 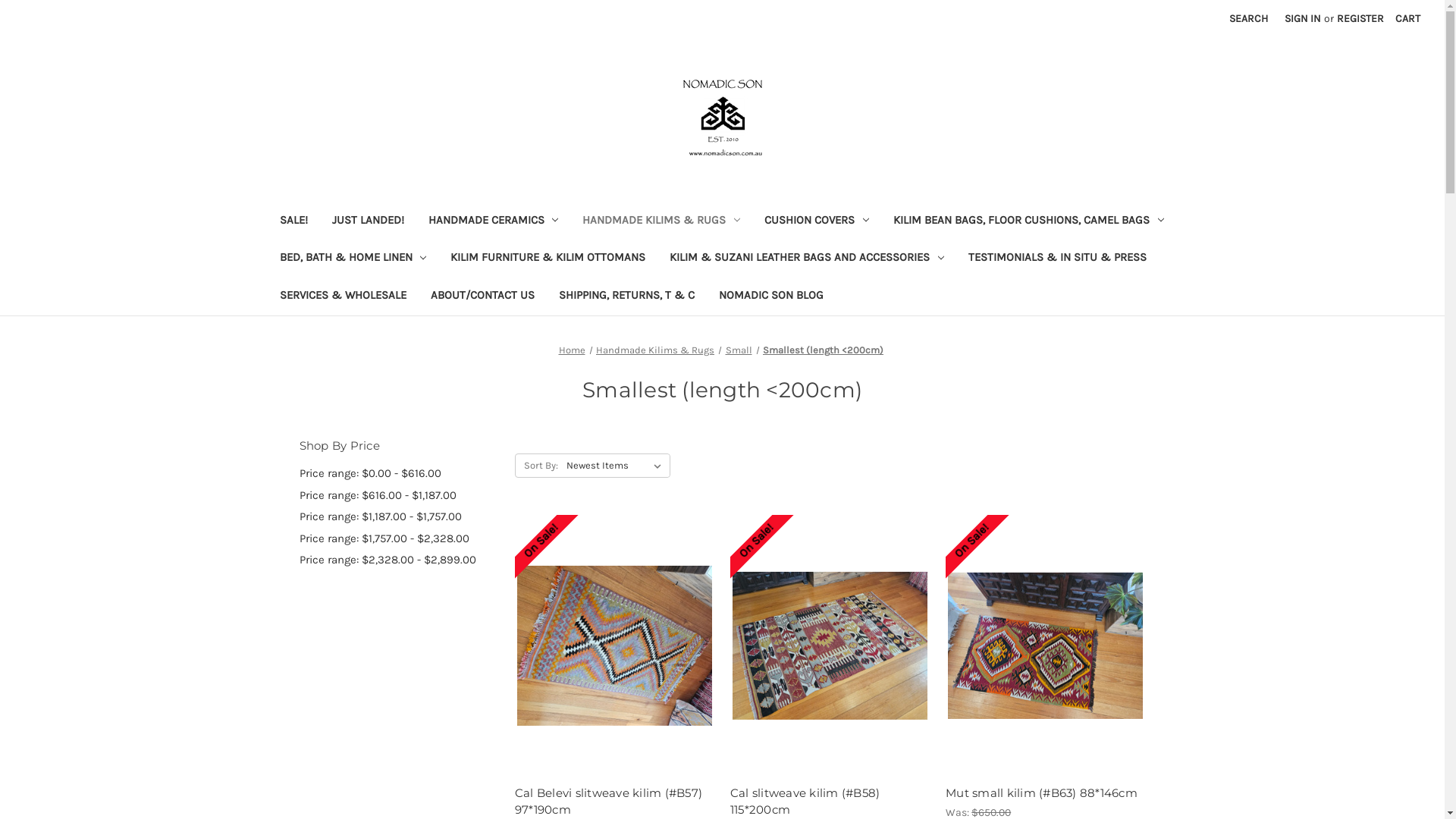 I want to click on 'CUSHION COVERS', so click(x=815, y=221).